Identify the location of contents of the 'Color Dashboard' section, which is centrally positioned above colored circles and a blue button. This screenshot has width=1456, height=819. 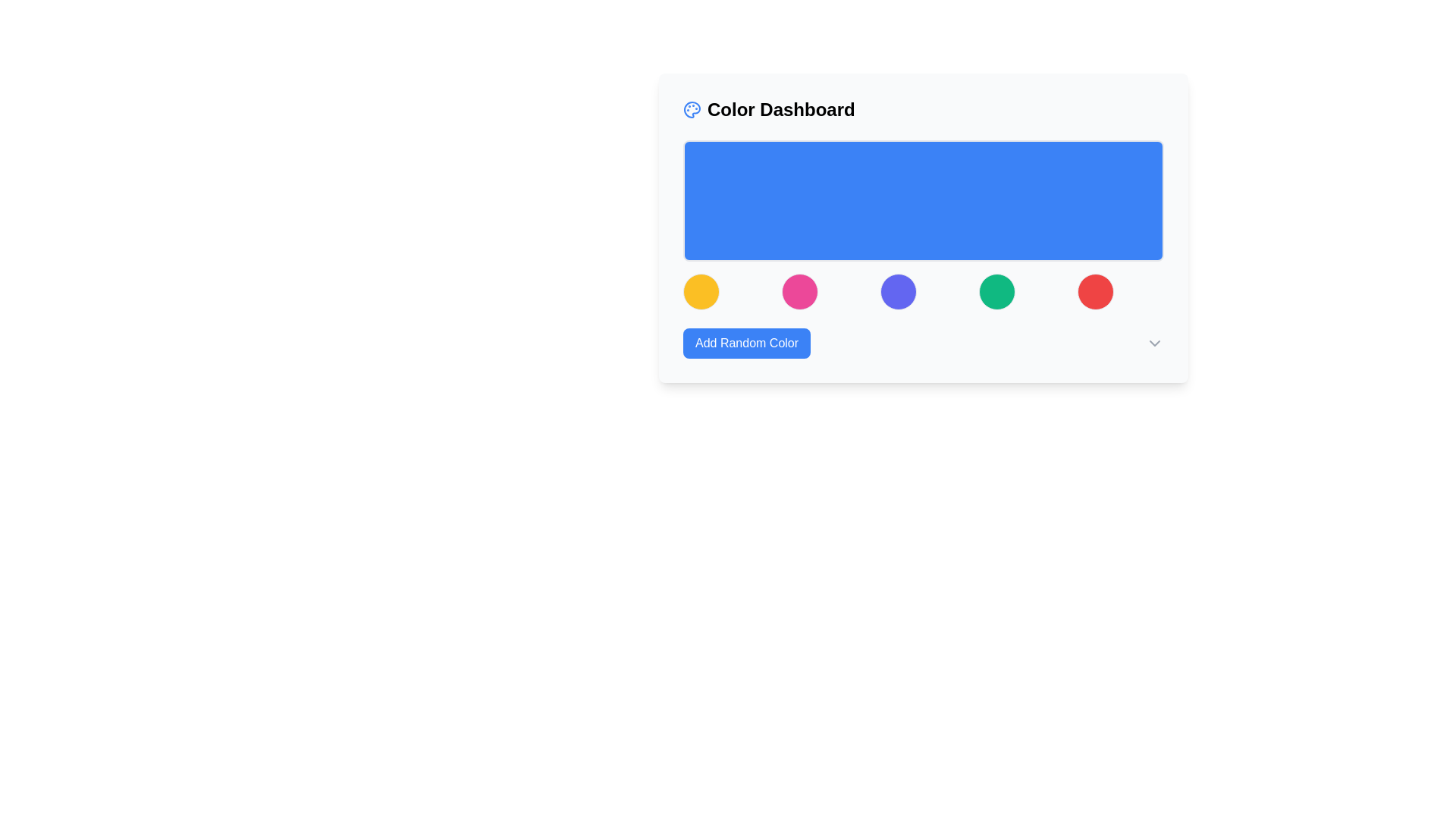
(923, 227).